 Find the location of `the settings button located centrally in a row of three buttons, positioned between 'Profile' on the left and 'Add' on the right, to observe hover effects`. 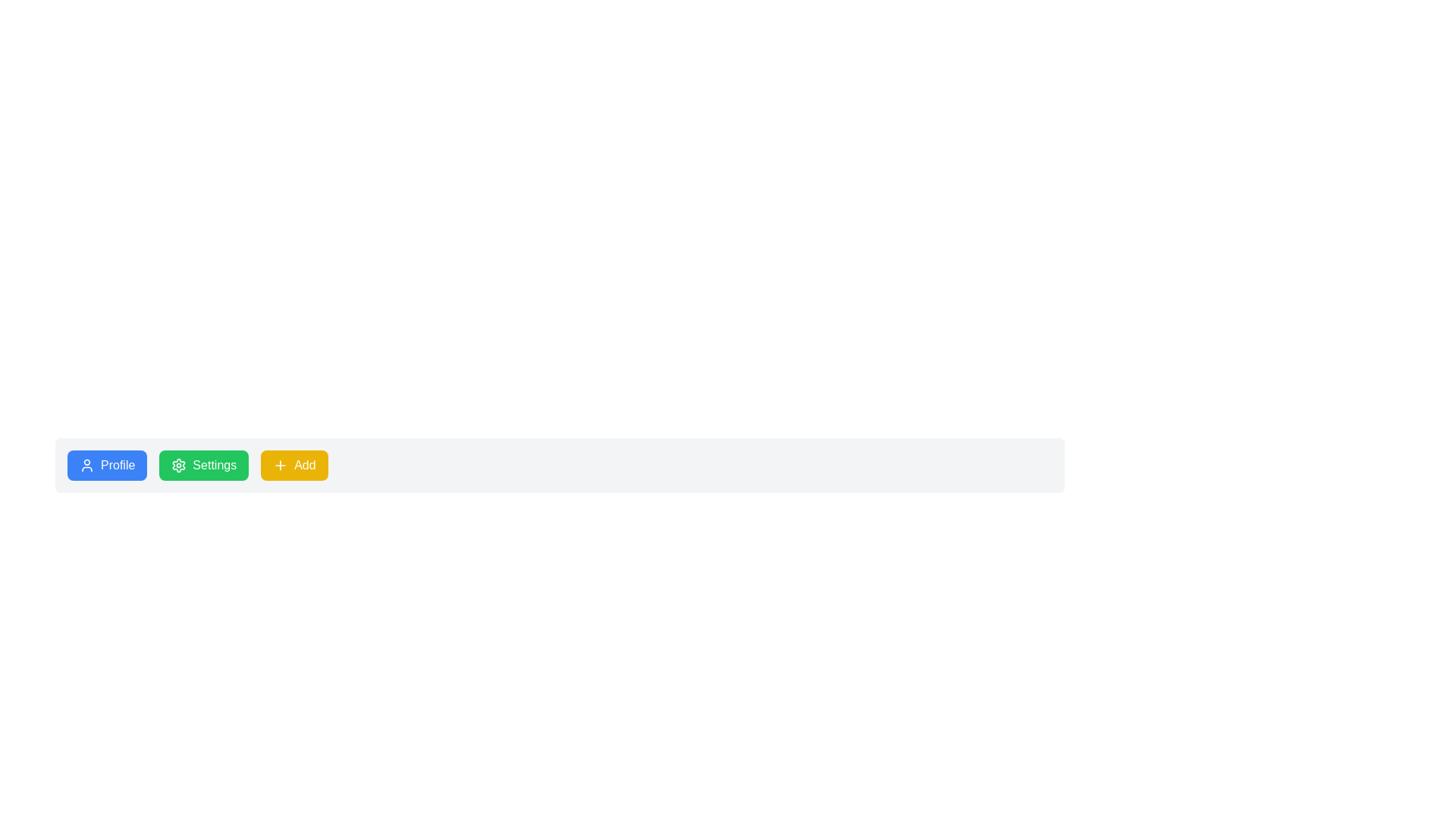

the settings button located centrally in a row of three buttons, positioned between 'Profile' on the left and 'Add' on the right, to observe hover effects is located at coordinates (203, 464).